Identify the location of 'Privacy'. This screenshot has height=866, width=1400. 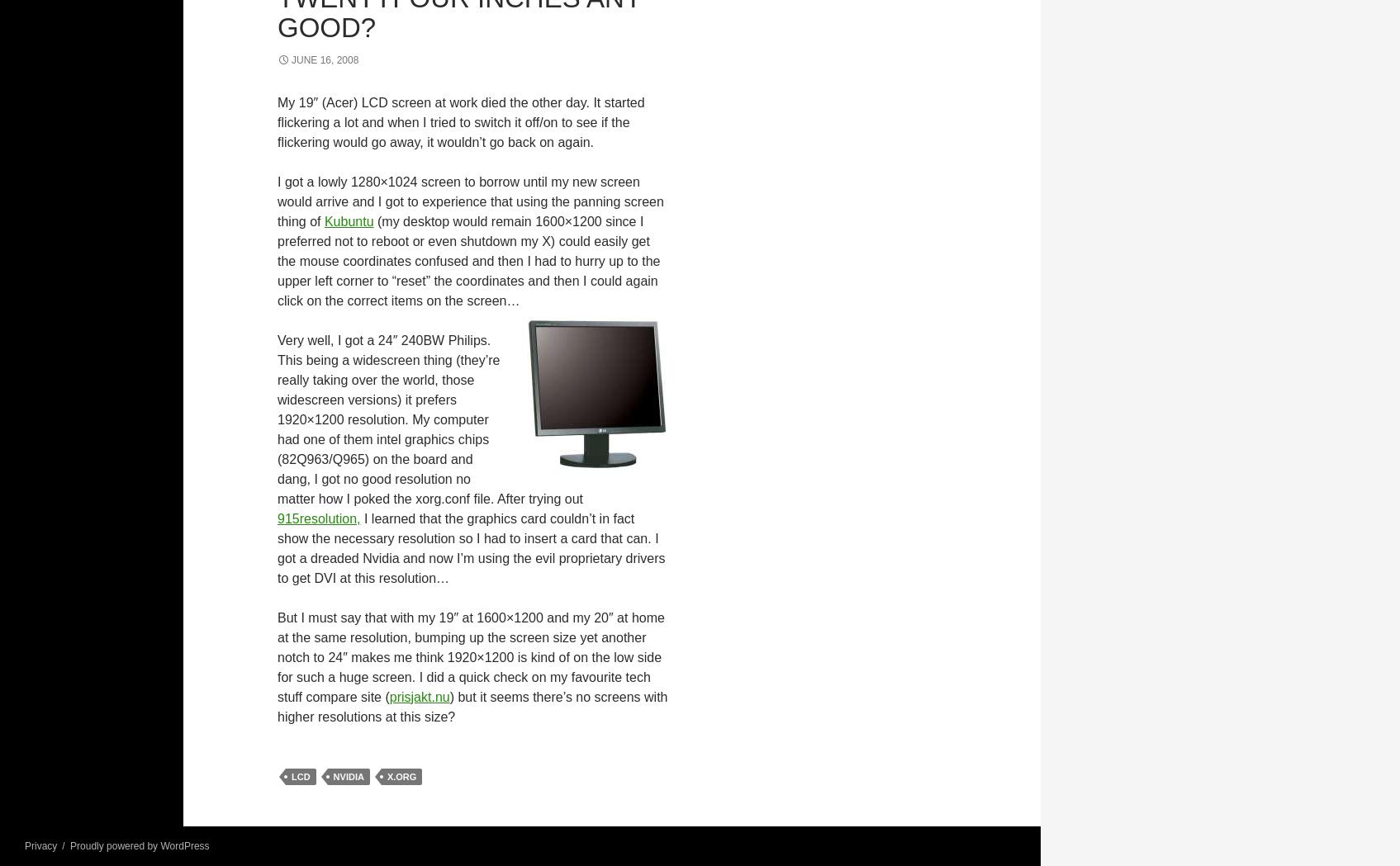
(40, 845).